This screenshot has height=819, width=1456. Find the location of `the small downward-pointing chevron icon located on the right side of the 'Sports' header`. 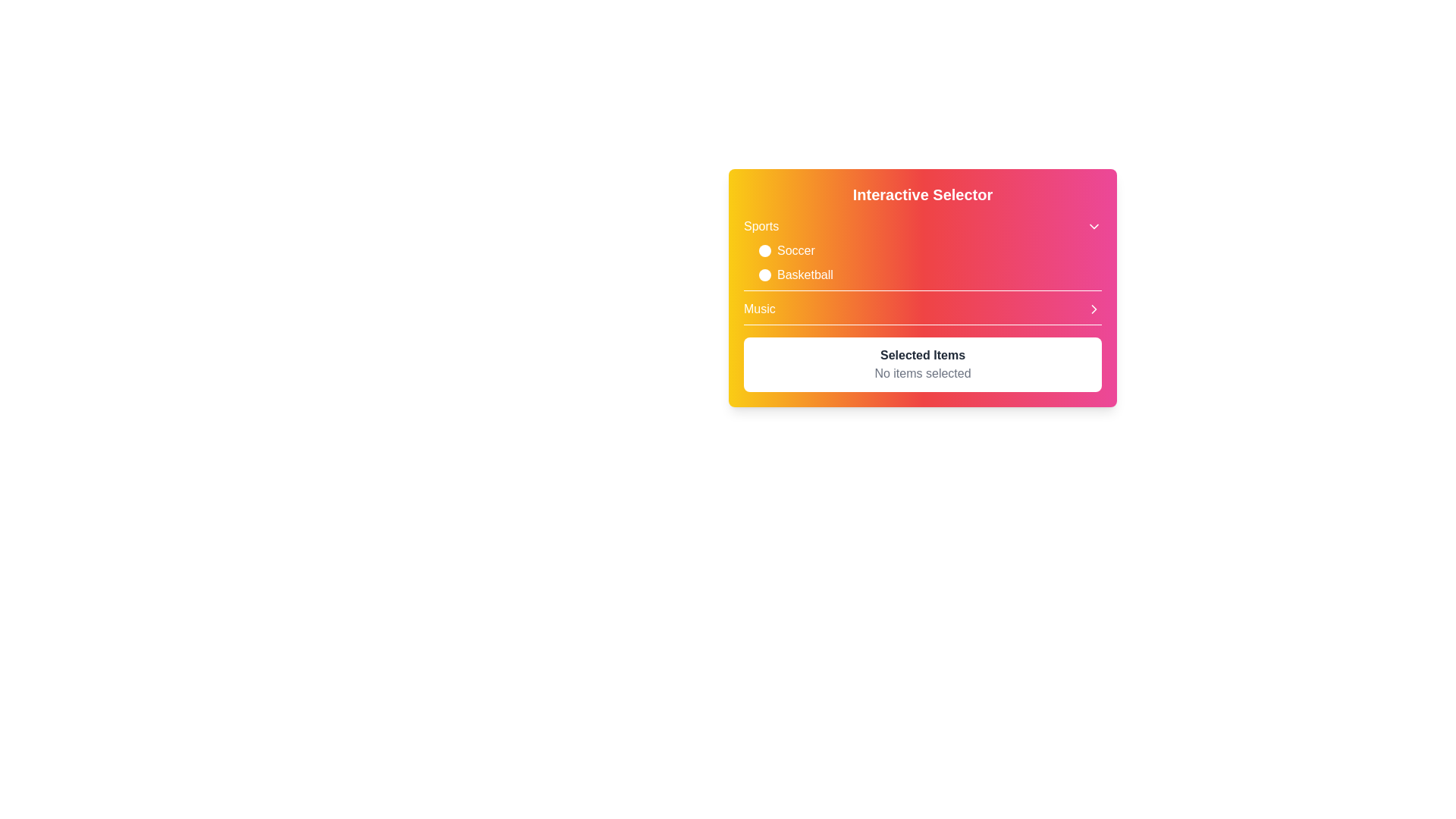

the small downward-pointing chevron icon located on the right side of the 'Sports' header is located at coordinates (1094, 227).